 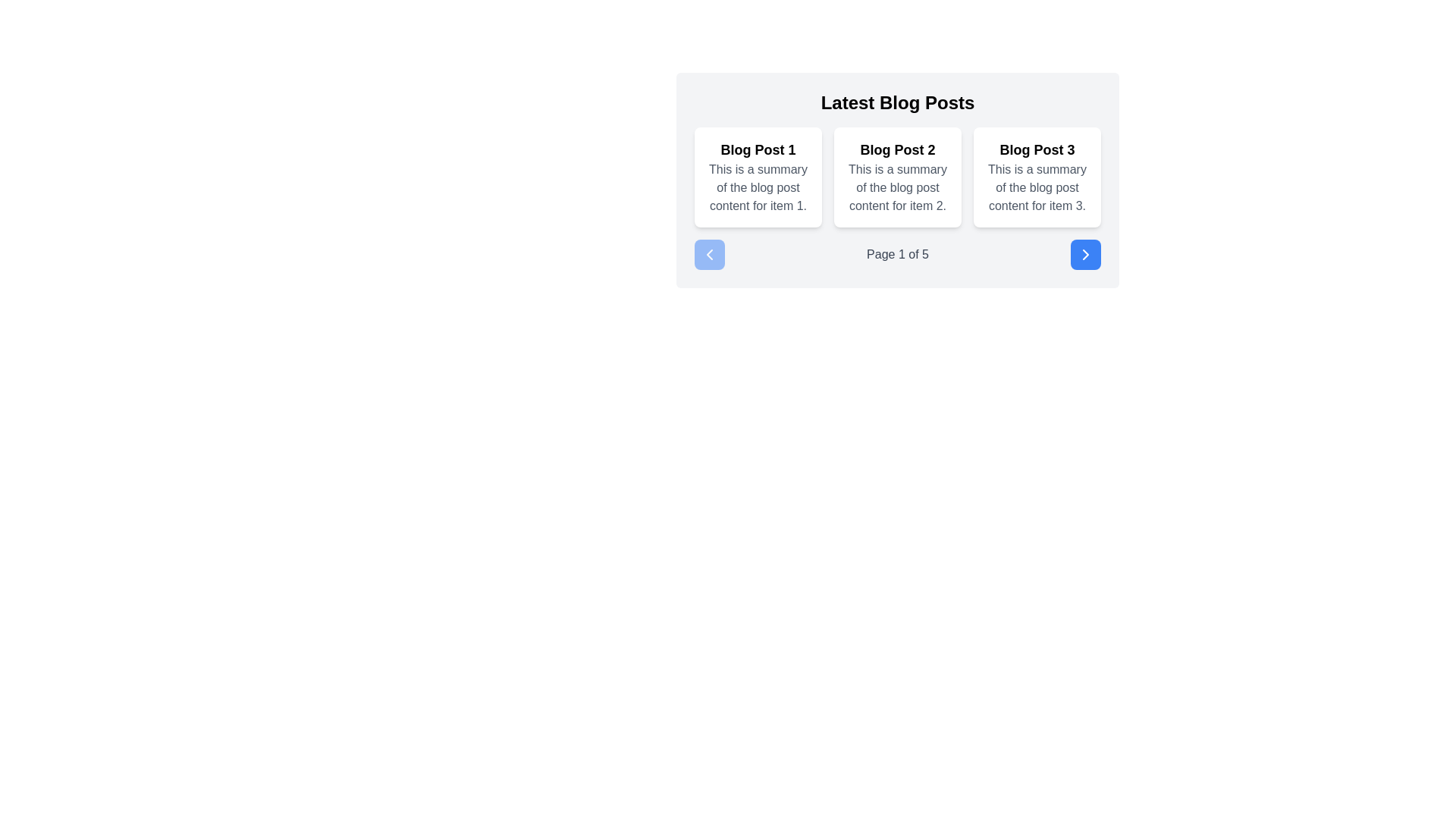 What do you see at coordinates (709, 253) in the screenshot?
I see `the left-chevron arrow icon located inside a blue circular button for navigating to previous pages, positioned below the first blog post card in the 'Latest Blog Posts' section` at bounding box center [709, 253].